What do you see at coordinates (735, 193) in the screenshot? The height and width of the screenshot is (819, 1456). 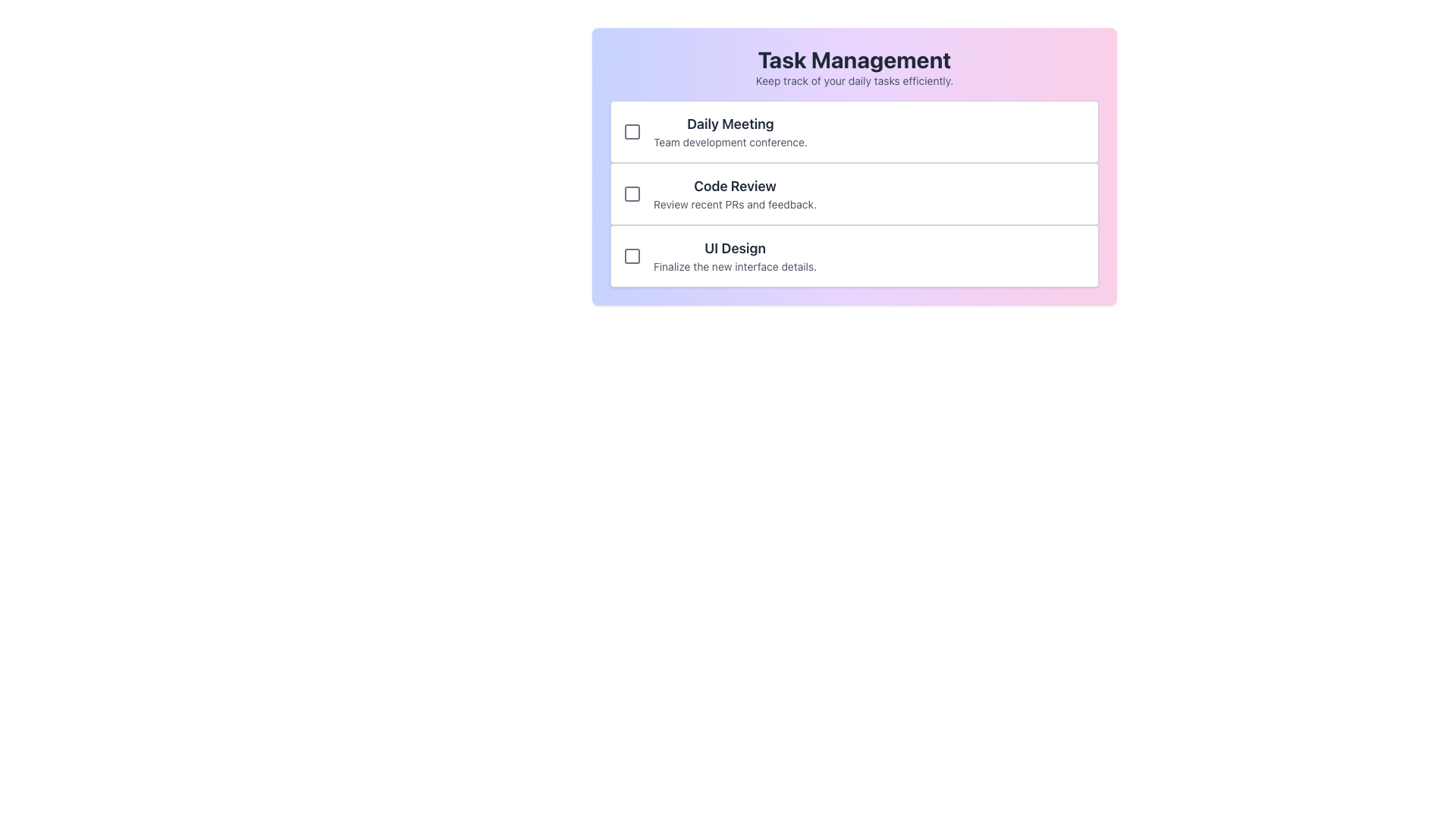 I see `the text label titled 'Code Review' located in the second item of the vertically stacked list in the task management interface, which contains the subtitle 'Review recent PRs and feedback.'` at bounding box center [735, 193].